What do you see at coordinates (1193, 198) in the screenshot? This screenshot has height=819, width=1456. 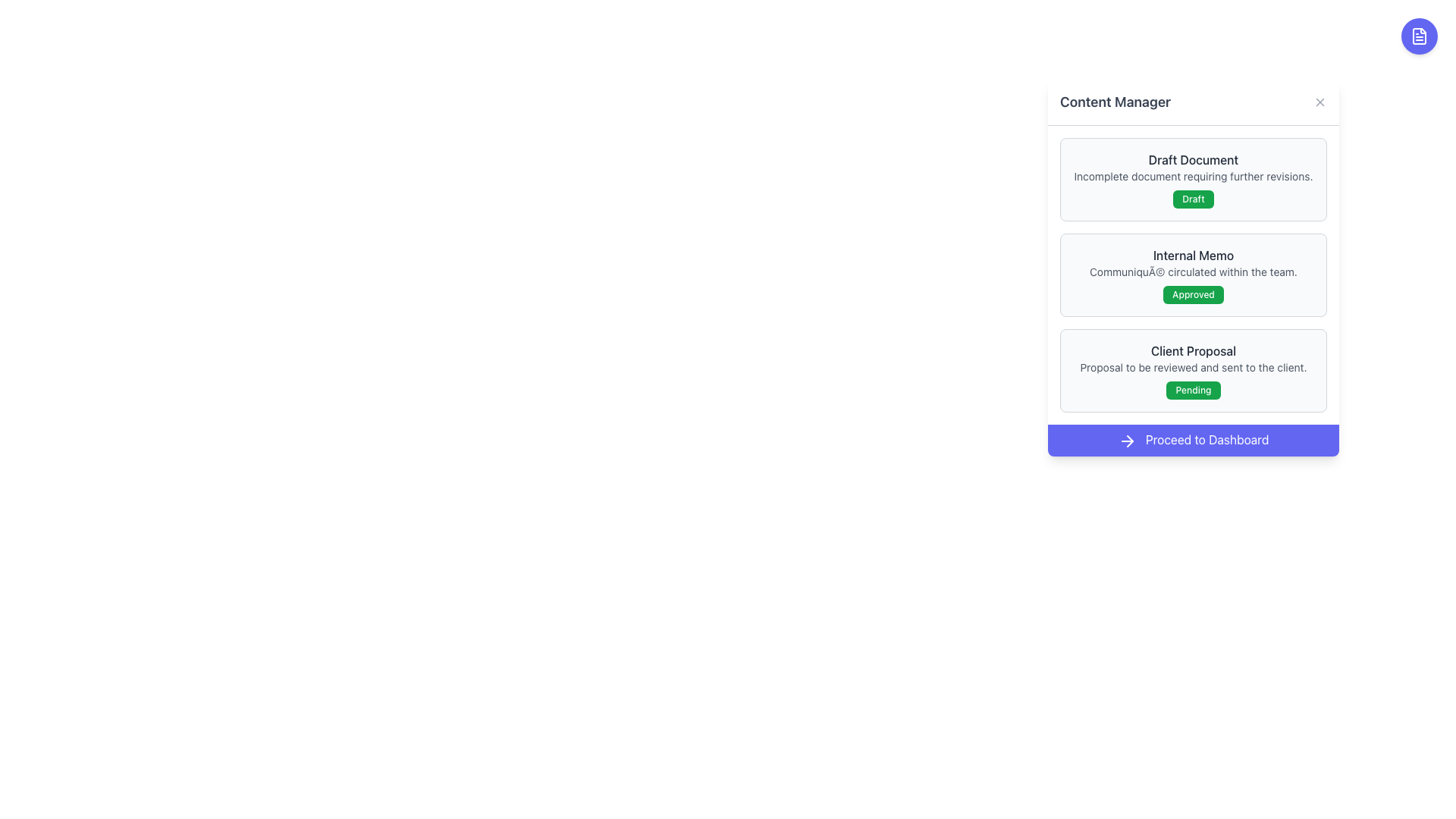 I see `text content of the Status Label button, which is a green pill-shaped button displaying 'Draft' within the 'Draft Document' section of the 'Content Manager'` at bounding box center [1193, 198].